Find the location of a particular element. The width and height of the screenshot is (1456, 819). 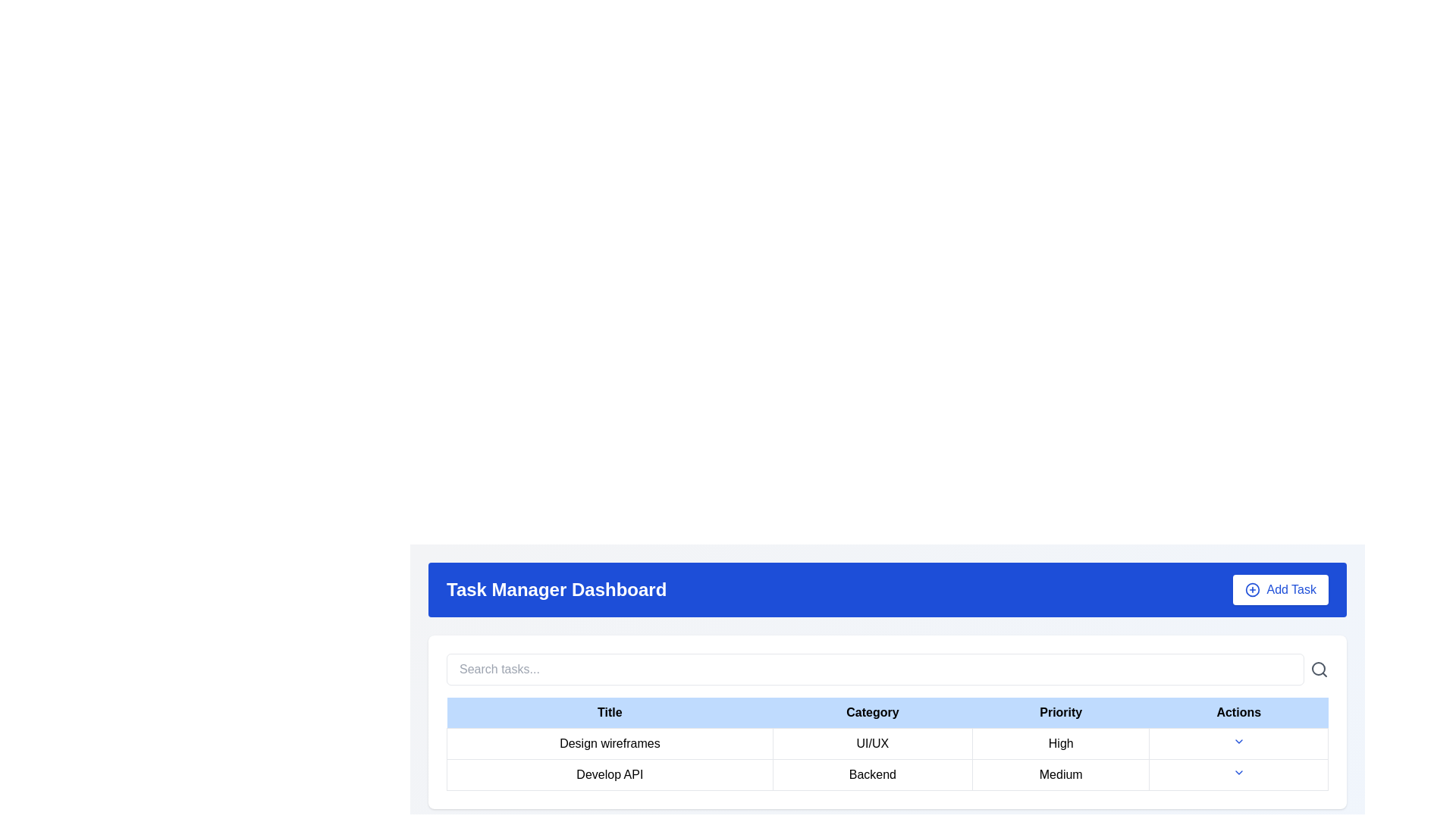

the small circular SVG element that is part of the search icon located in the top-right corner of the main content section, adjacent to the text input field for searching tasks is located at coordinates (1317, 668).